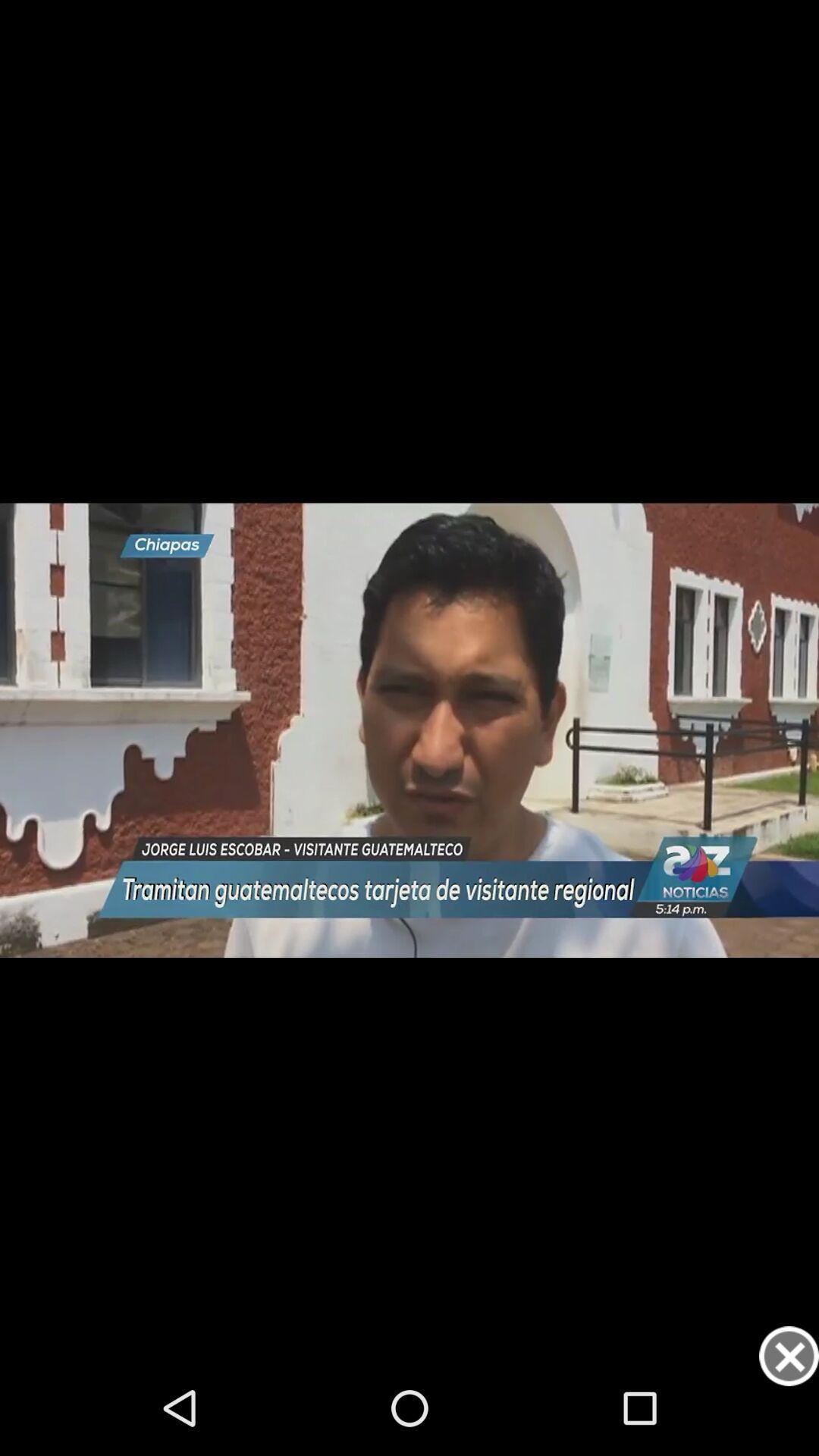  Describe the element at coordinates (788, 1356) in the screenshot. I see `exits video` at that location.